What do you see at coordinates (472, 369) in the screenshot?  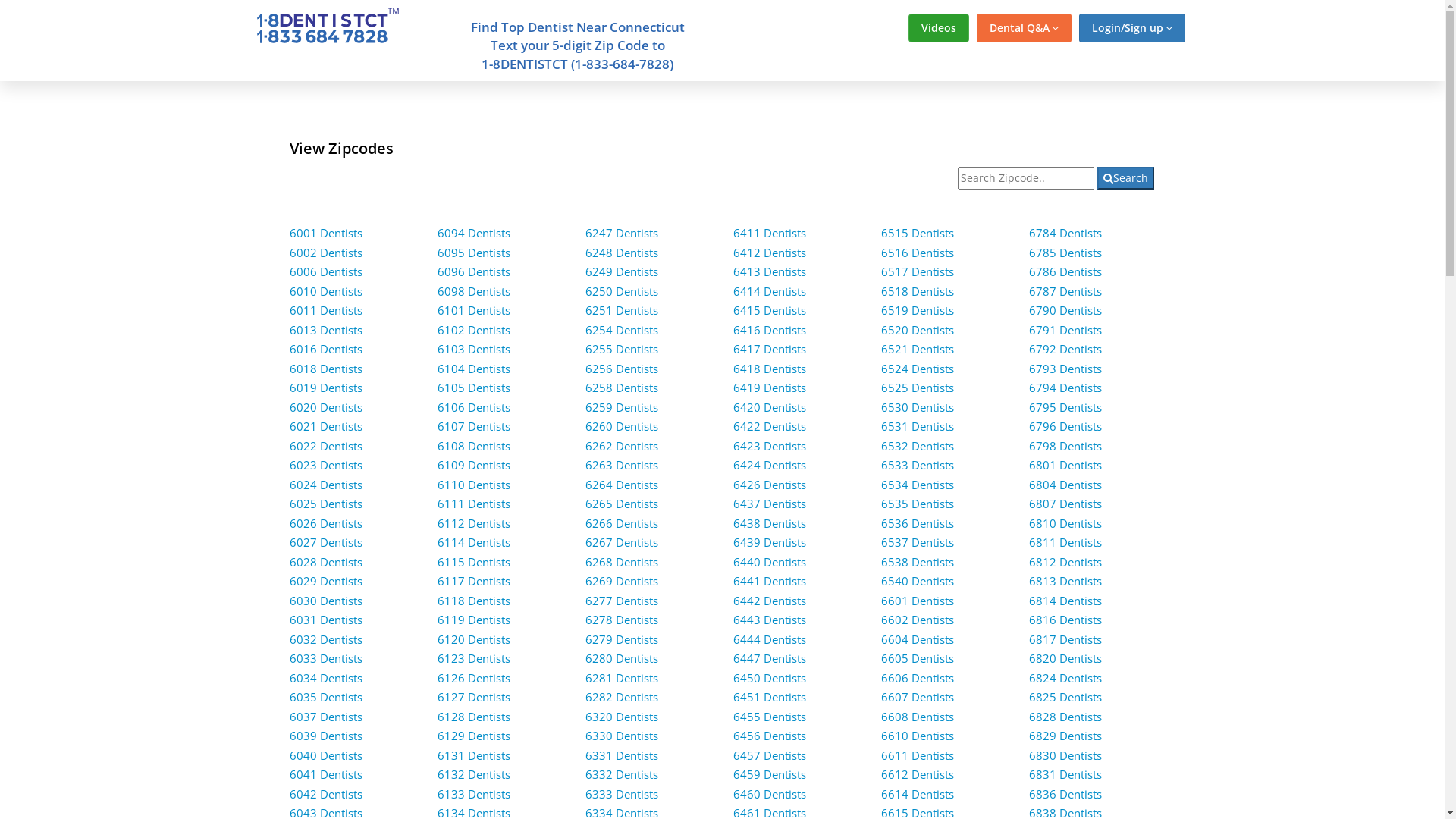 I see `'6104 Dentists'` at bounding box center [472, 369].